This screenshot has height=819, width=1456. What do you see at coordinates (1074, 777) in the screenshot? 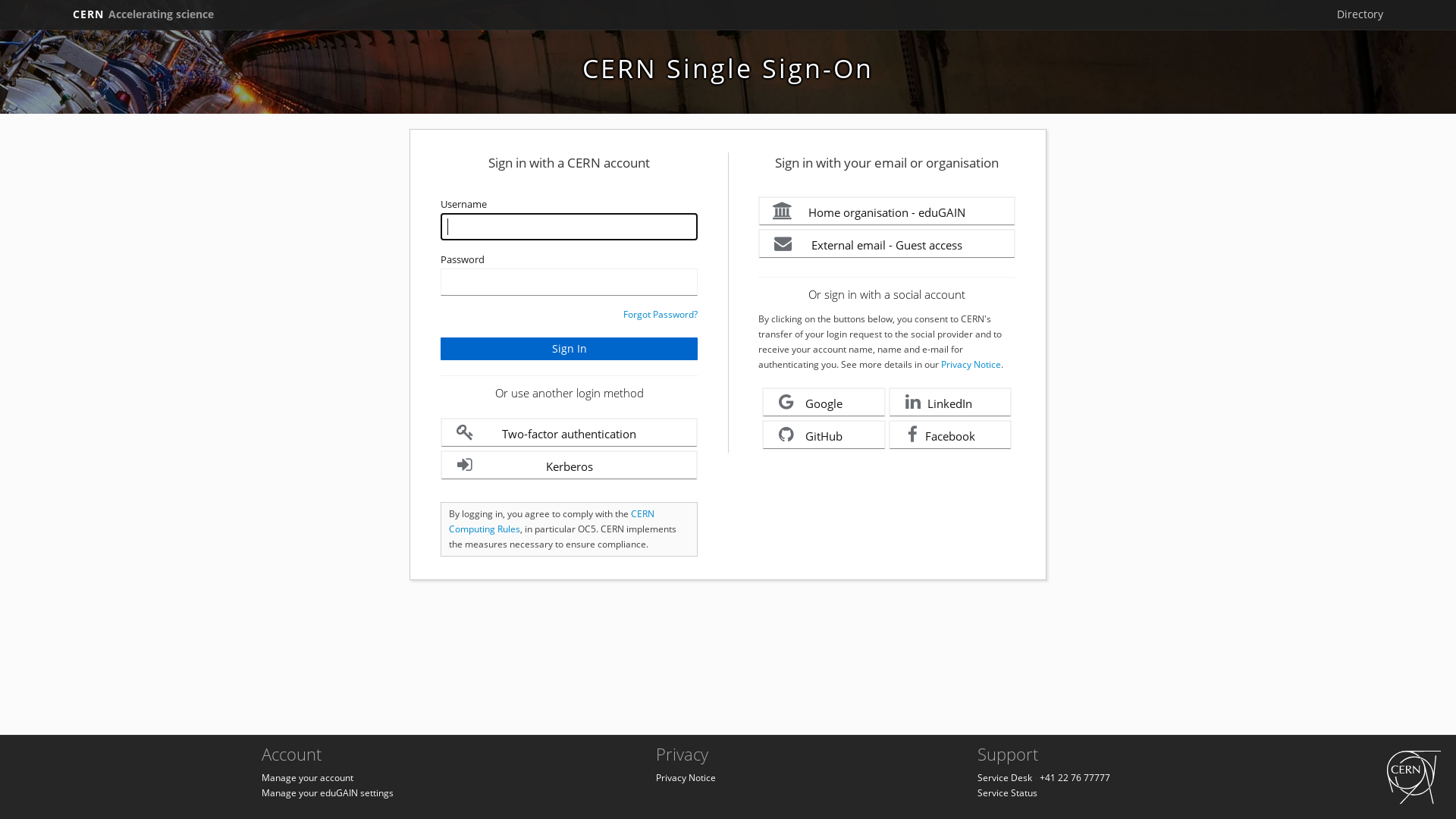
I see `'+41 22 76 77777'` at bounding box center [1074, 777].